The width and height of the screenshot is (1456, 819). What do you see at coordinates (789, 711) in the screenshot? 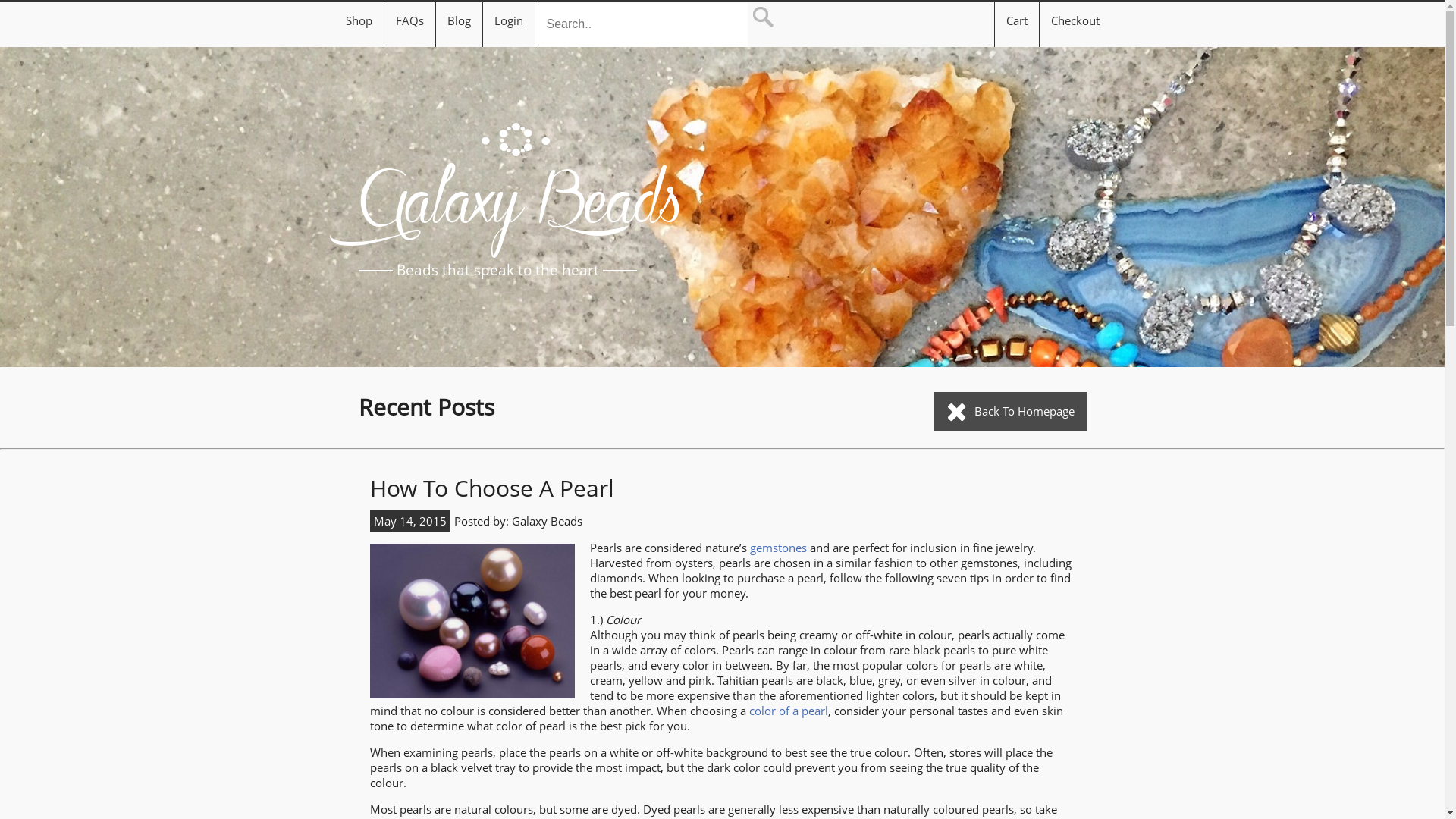
I see `'color of a pearl'` at bounding box center [789, 711].